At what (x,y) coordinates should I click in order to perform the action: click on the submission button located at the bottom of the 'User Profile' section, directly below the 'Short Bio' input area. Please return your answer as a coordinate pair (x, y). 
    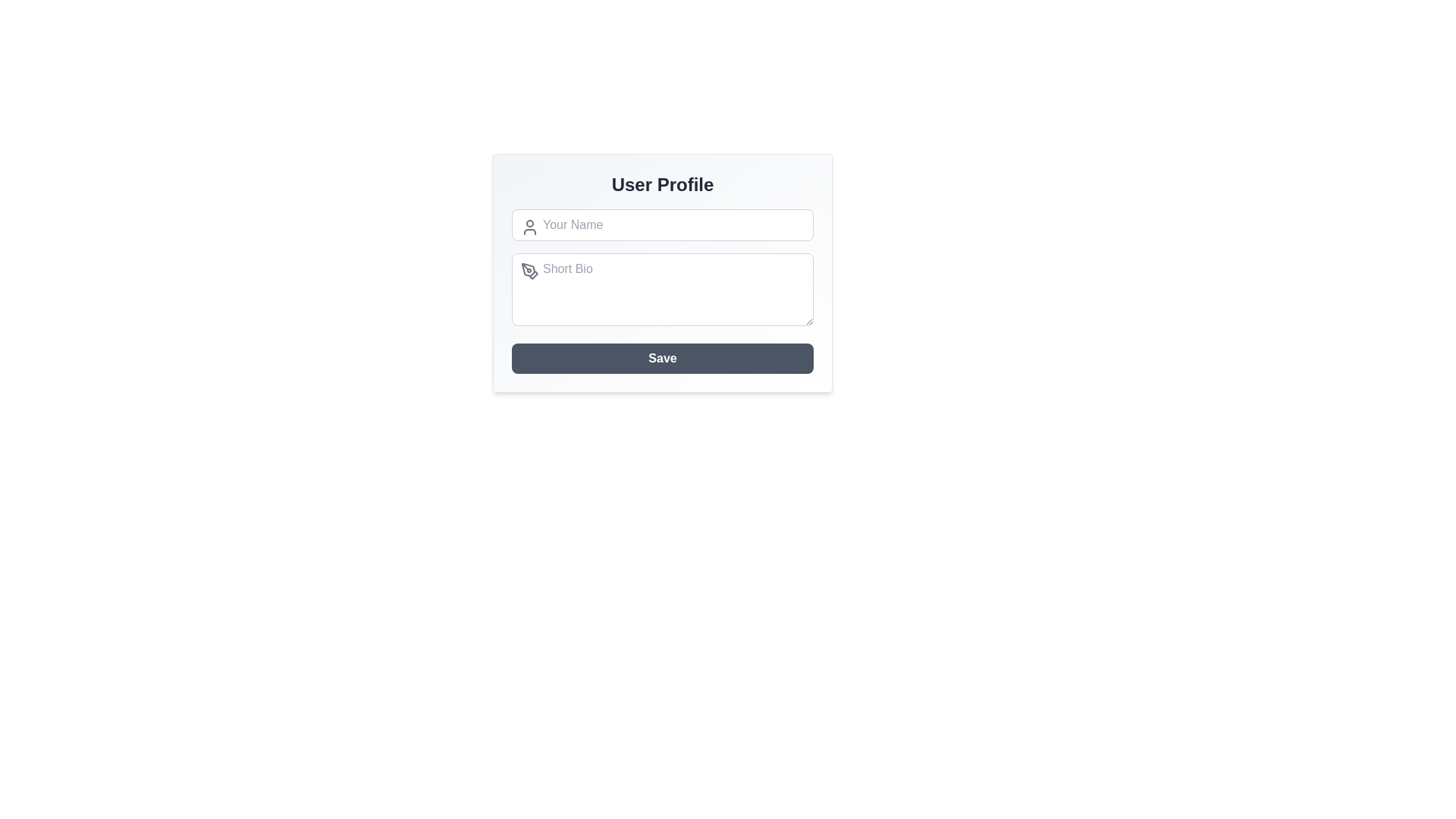
    Looking at the image, I should click on (662, 359).